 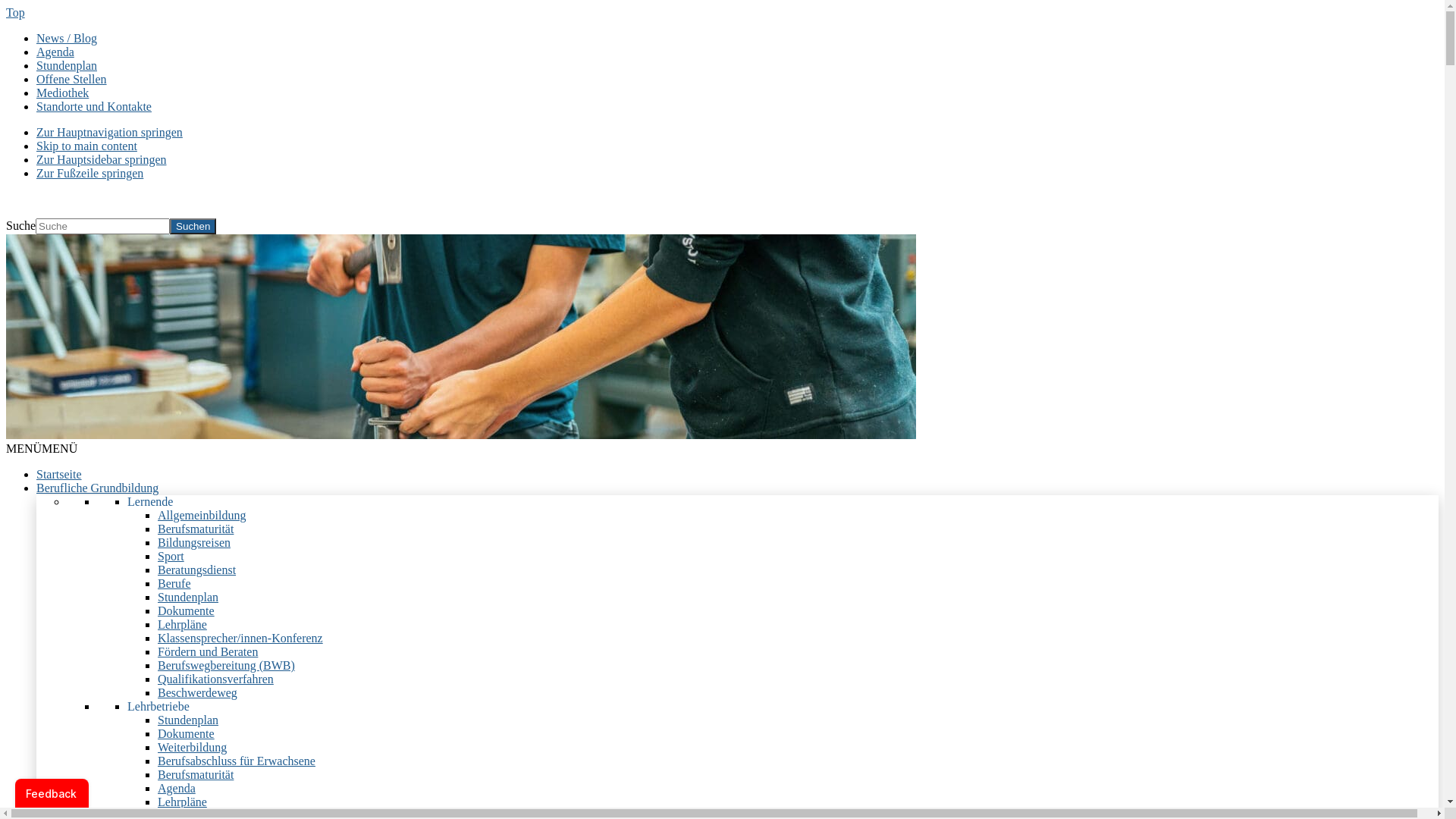 What do you see at coordinates (27, 198) in the screenshot?
I see `'BBZ BL'` at bounding box center [27, 198].